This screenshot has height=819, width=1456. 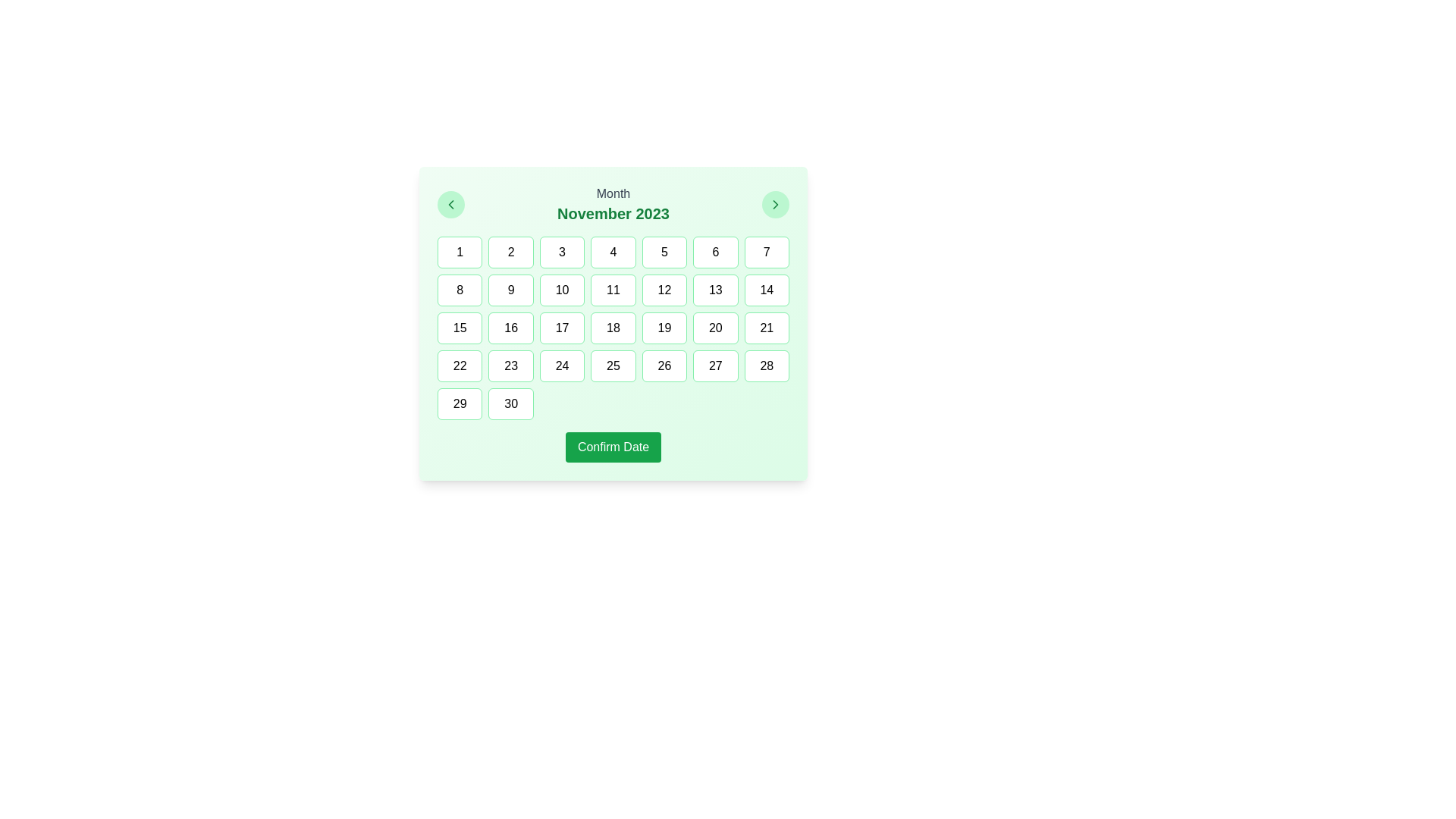 What do you see at coordinates (664, 366) in the screenshot?
I see `the date selection button for '26' in the calendar grid, located in the fourth row and fifth column, to observe its hover effects` at bounding box center [664, 366].